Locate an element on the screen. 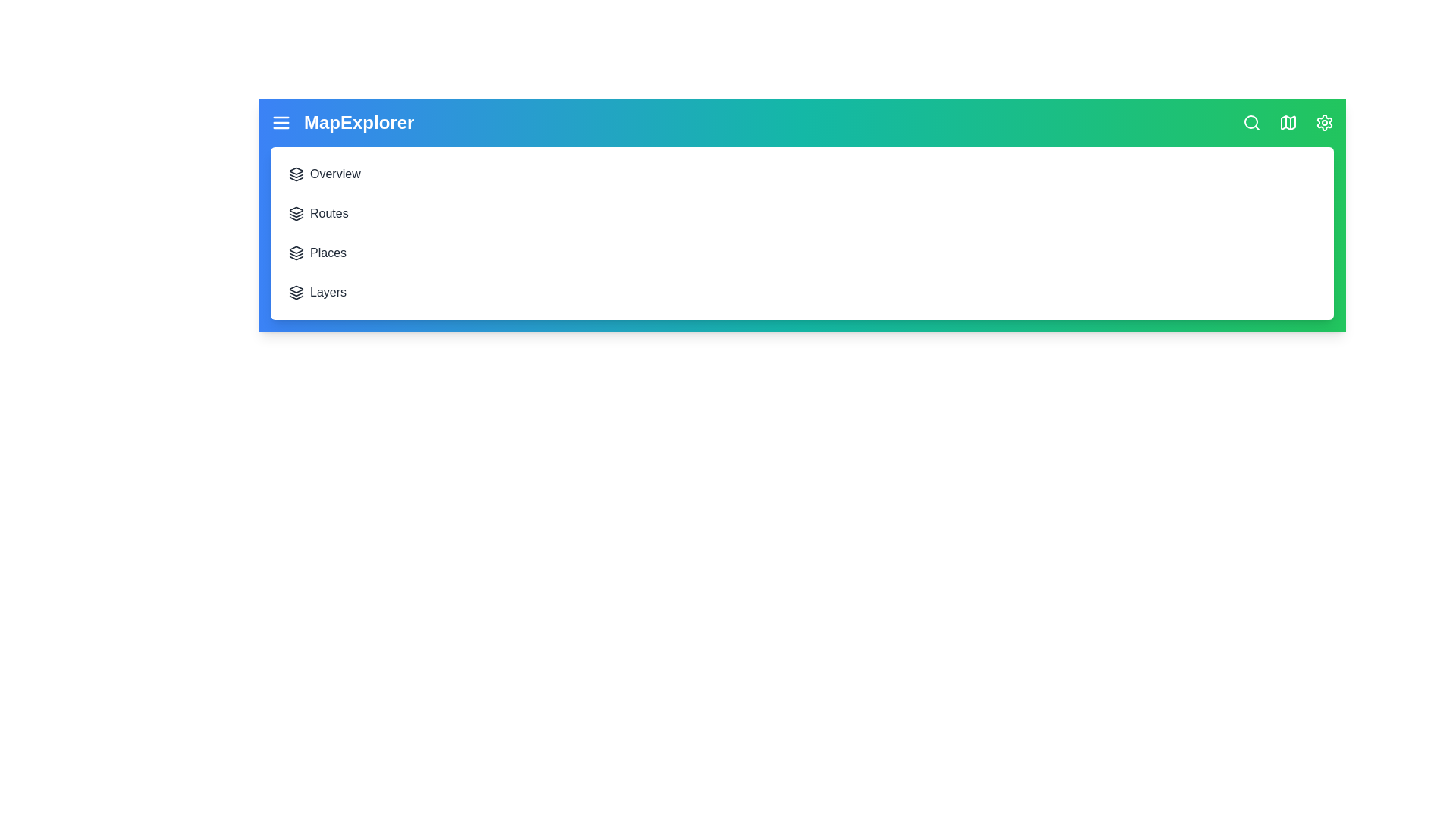 The height and width of the screenshot is (819, 1456). the menu icon to toggle the menu visibility is located at coordinates (281, 122).